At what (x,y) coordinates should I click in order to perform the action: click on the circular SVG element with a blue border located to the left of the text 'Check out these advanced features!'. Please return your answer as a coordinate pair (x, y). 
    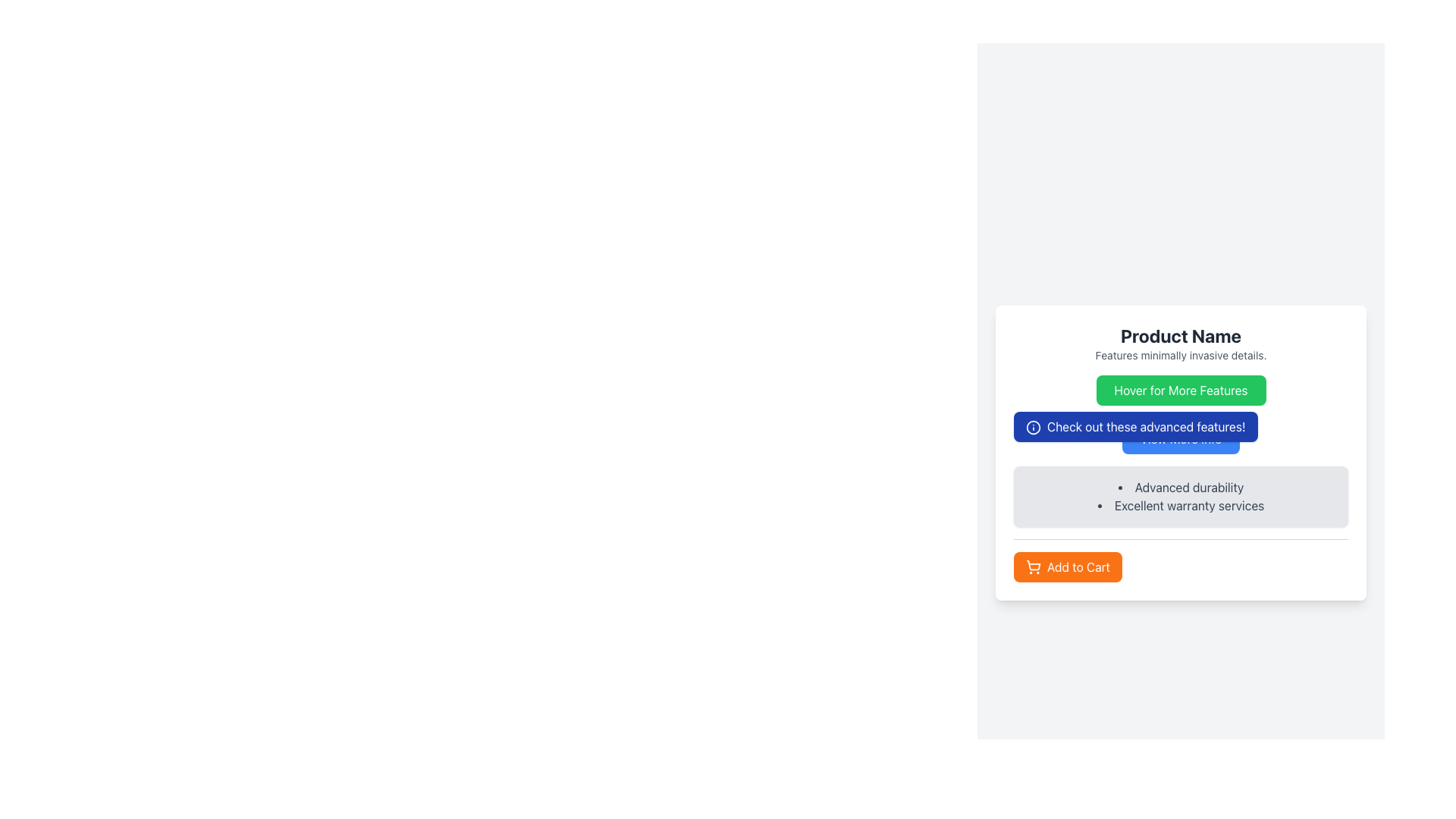
    Looking at the image, I should click on (1033, 427).